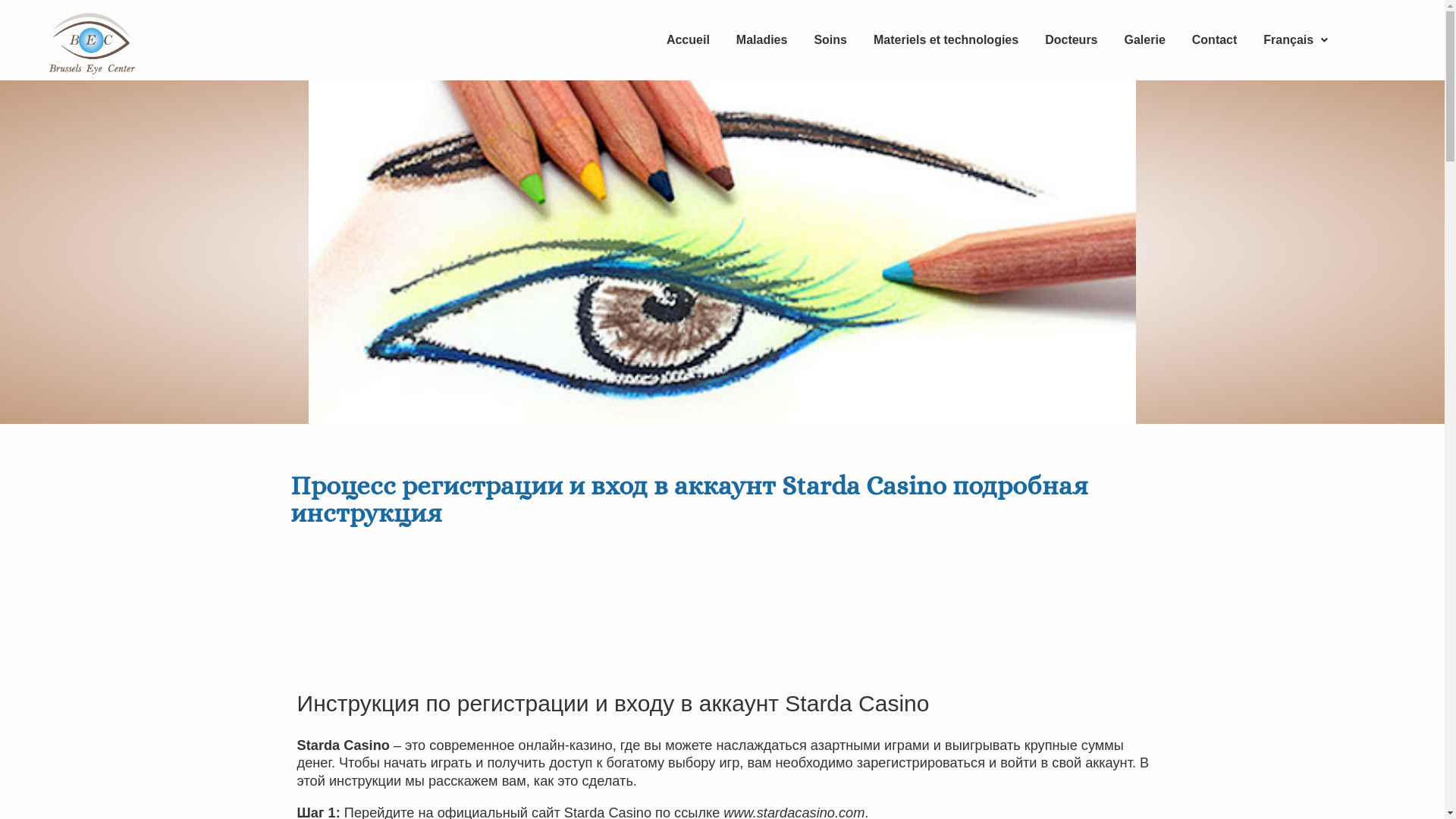  What do you see at coordinates (723, 39) in the screenshot?
I see `'Maladies'` at bounding box center [723, 39].